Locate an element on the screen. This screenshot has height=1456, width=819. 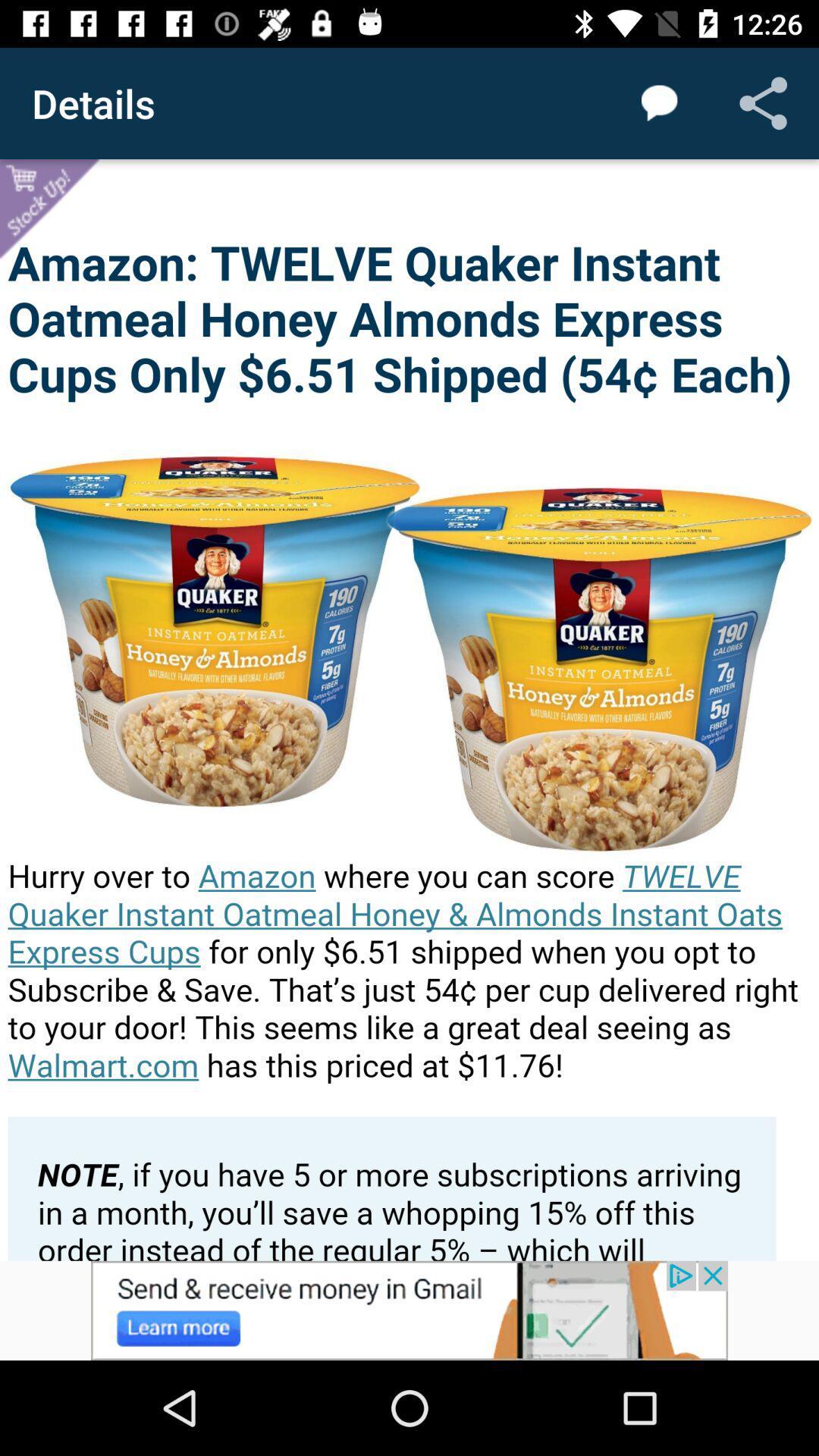
open advertisement is located at coordinates (409, 1310).